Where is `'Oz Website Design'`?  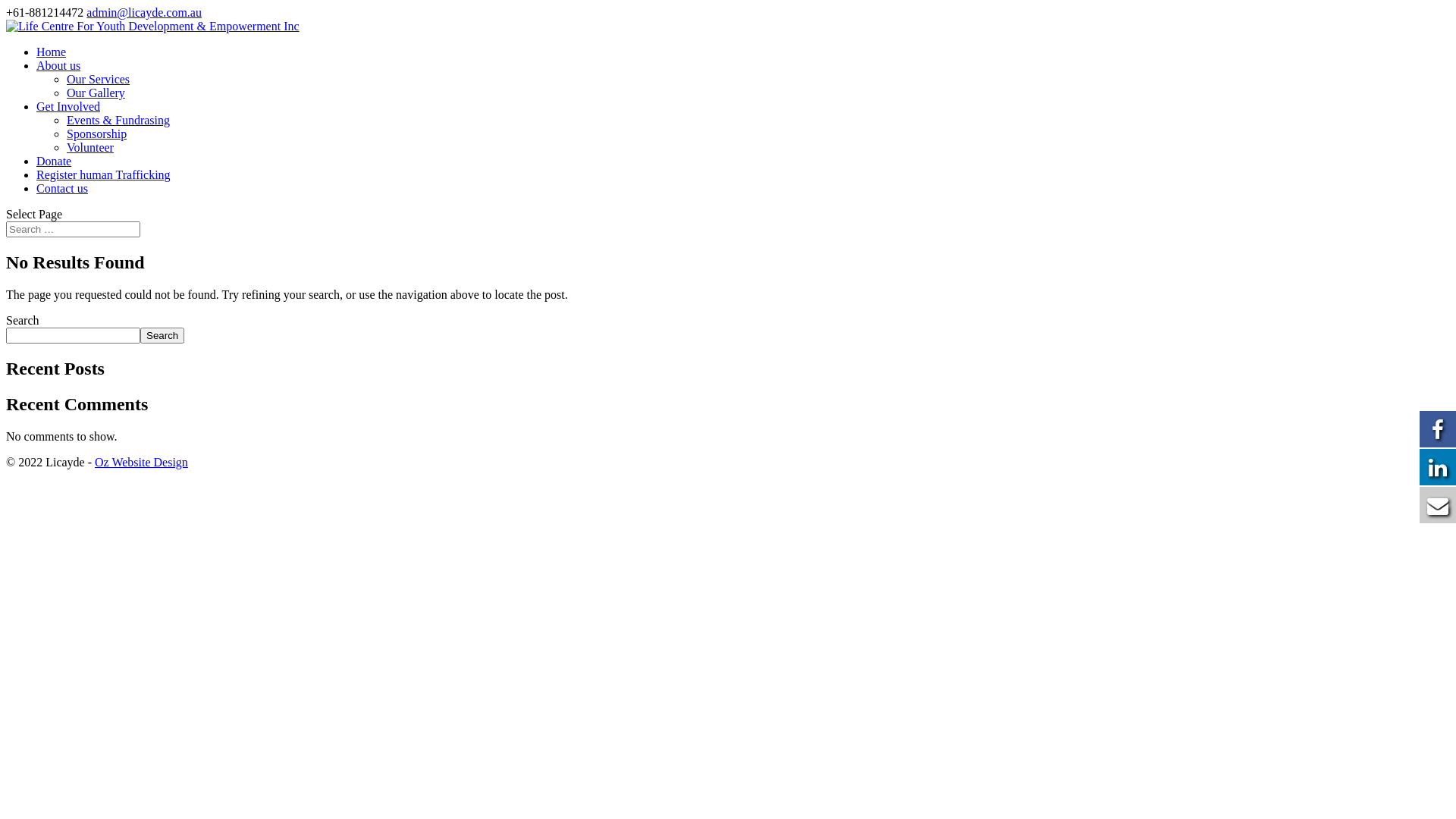
'Oz Website Design' is located at coordinates (141, 461).